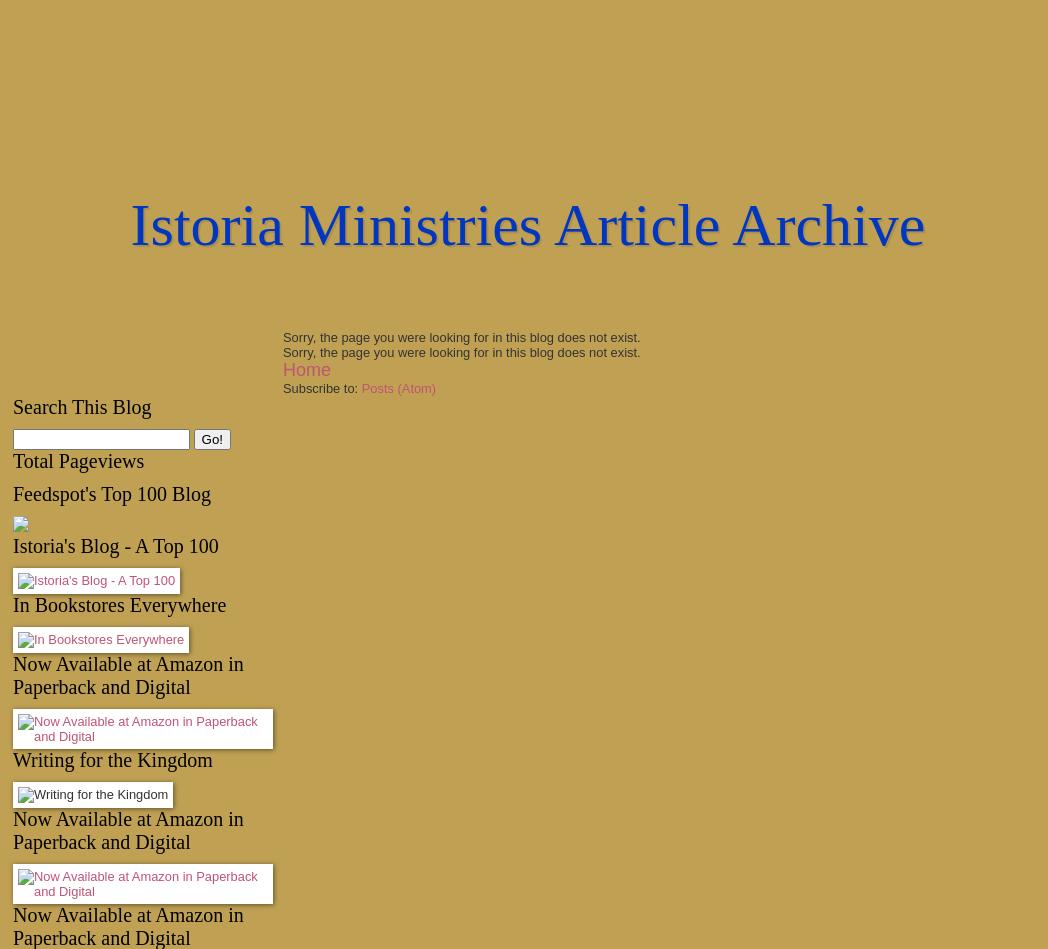 This screenshot has width=1048, height=949. I want to click on 'Home', so click(305, 370).